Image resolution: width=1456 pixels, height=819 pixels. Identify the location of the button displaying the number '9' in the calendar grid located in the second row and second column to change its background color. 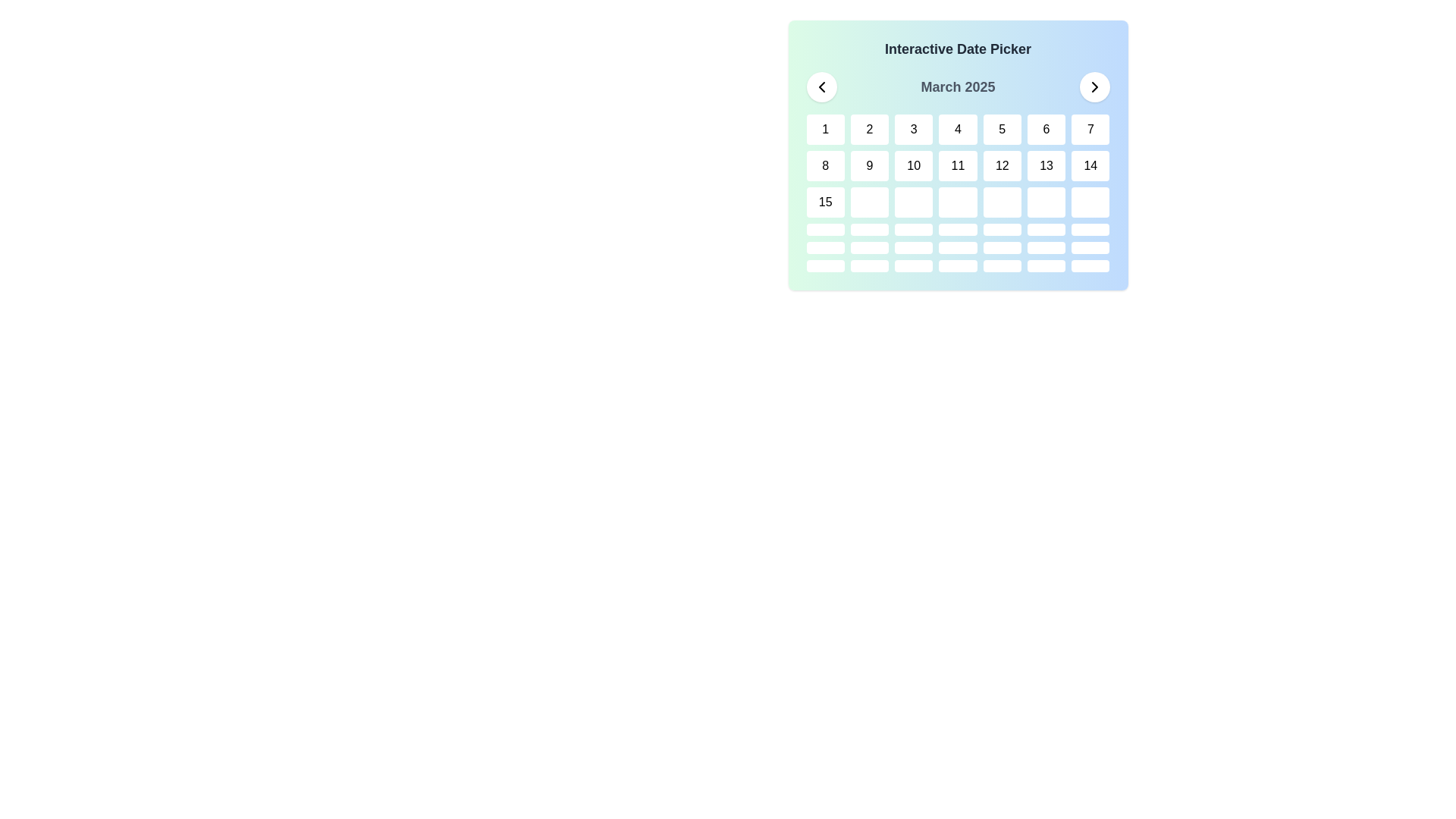
(870, 166).